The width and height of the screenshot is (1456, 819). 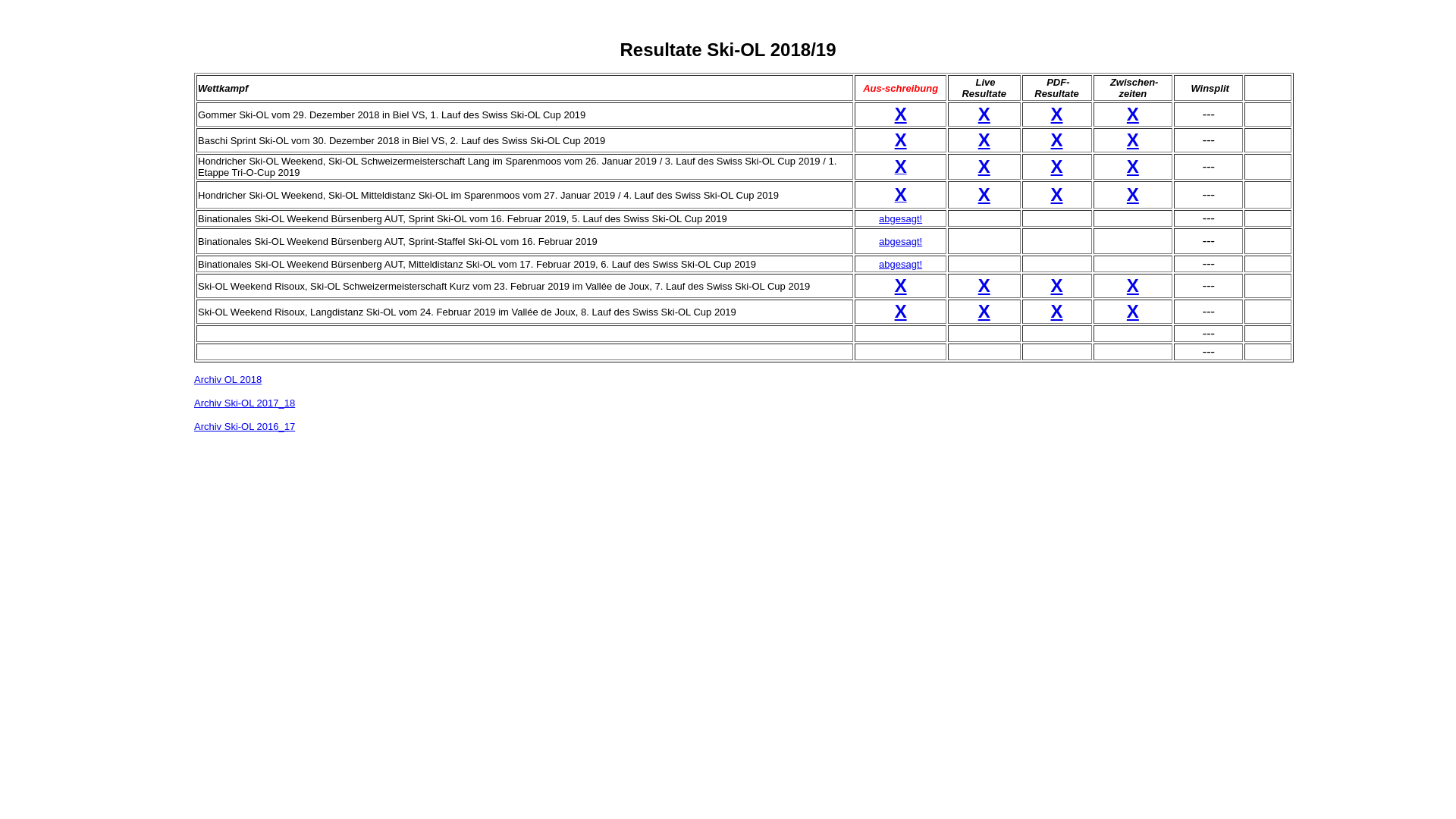 What do you see at coordinates (984, 140) in the screenshot?
I see `'X'` at bounding box center [984, 140].